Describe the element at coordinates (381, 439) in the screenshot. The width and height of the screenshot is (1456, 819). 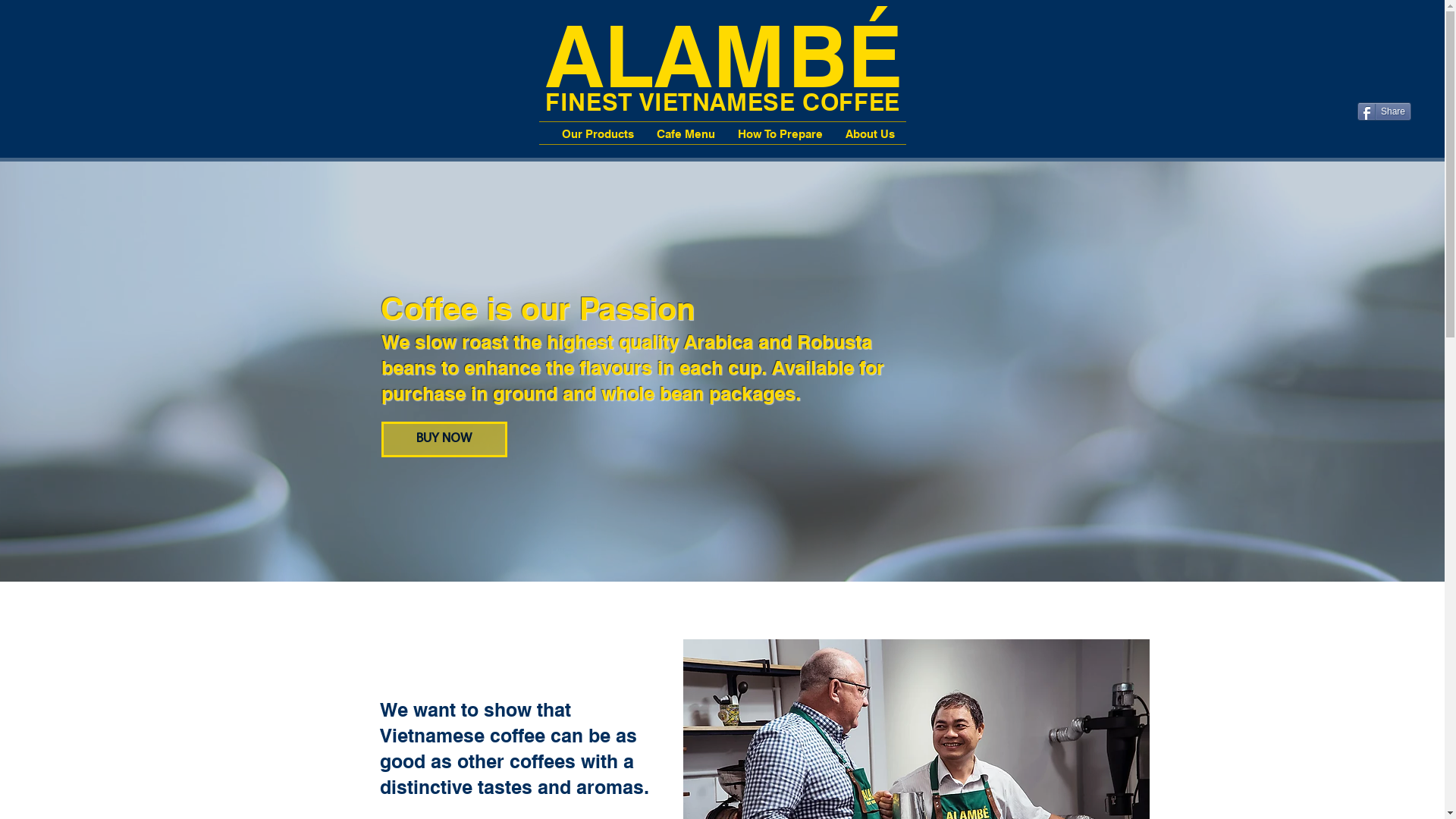
I see `'BUY NOW'` at that location.